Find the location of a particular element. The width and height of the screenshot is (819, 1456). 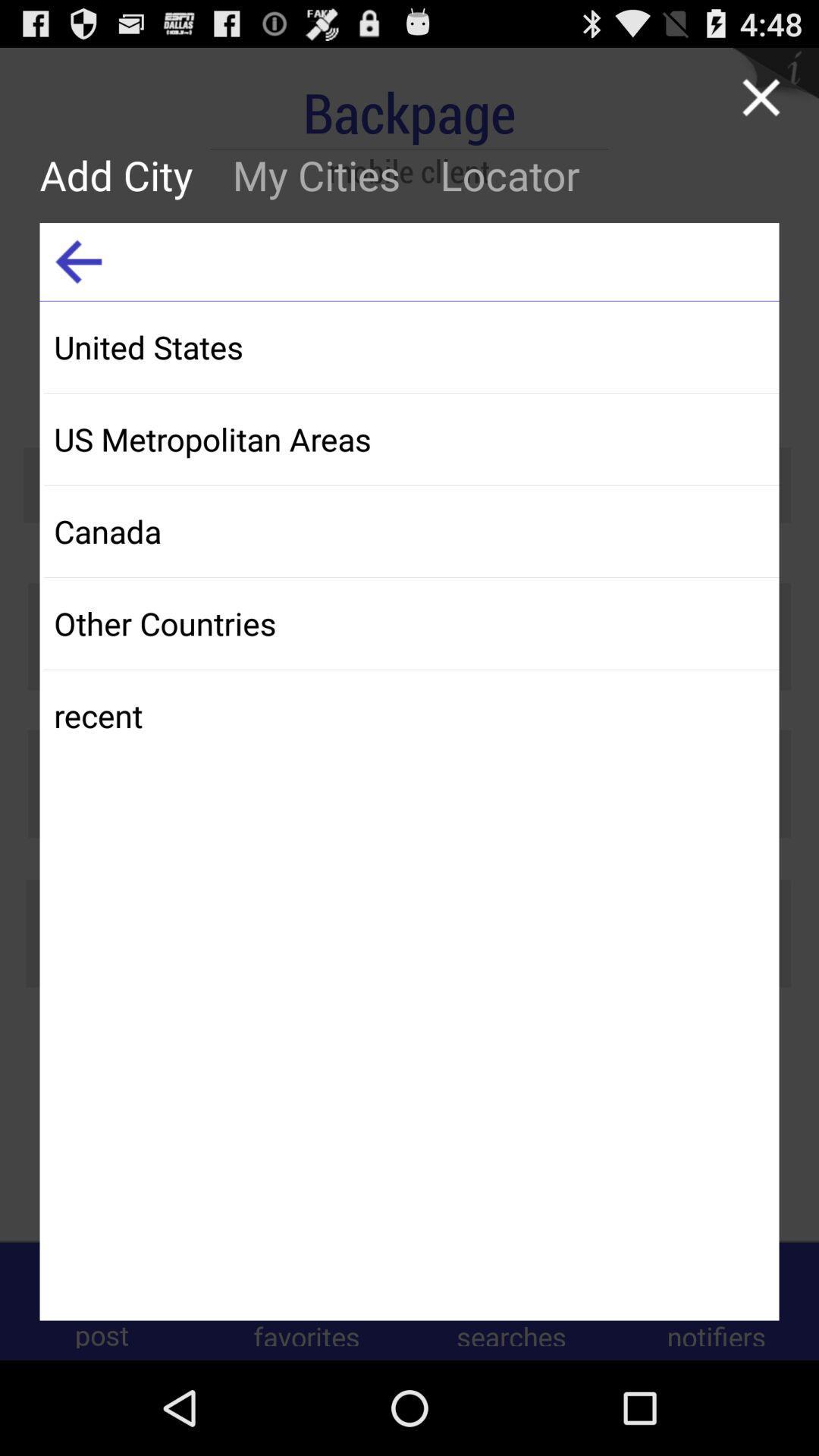

the page is located at coordinates (761, 96).